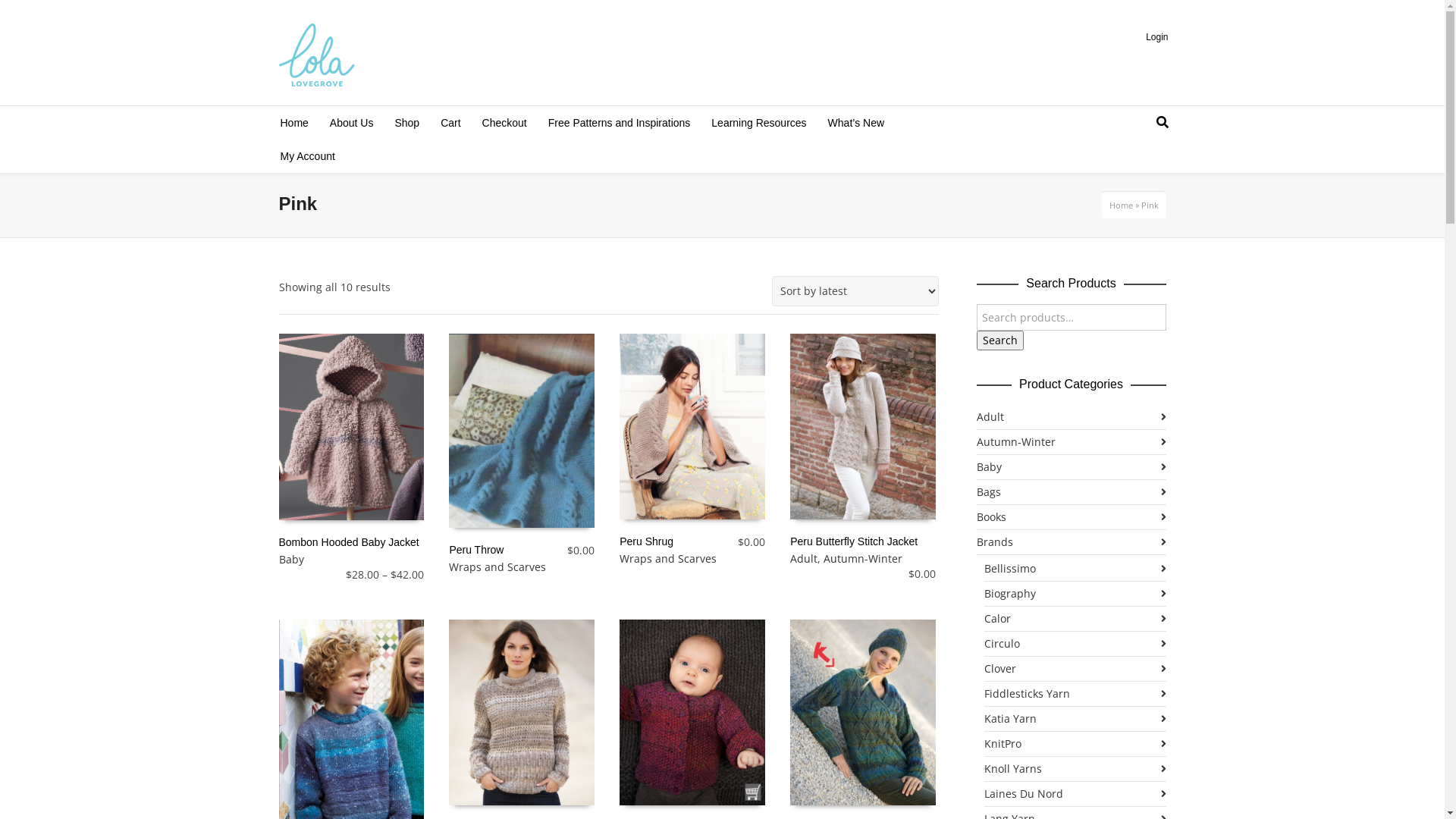  Describe the element at coordinates (984, 668) in the screenshot. I see `'Clover'` at that location.